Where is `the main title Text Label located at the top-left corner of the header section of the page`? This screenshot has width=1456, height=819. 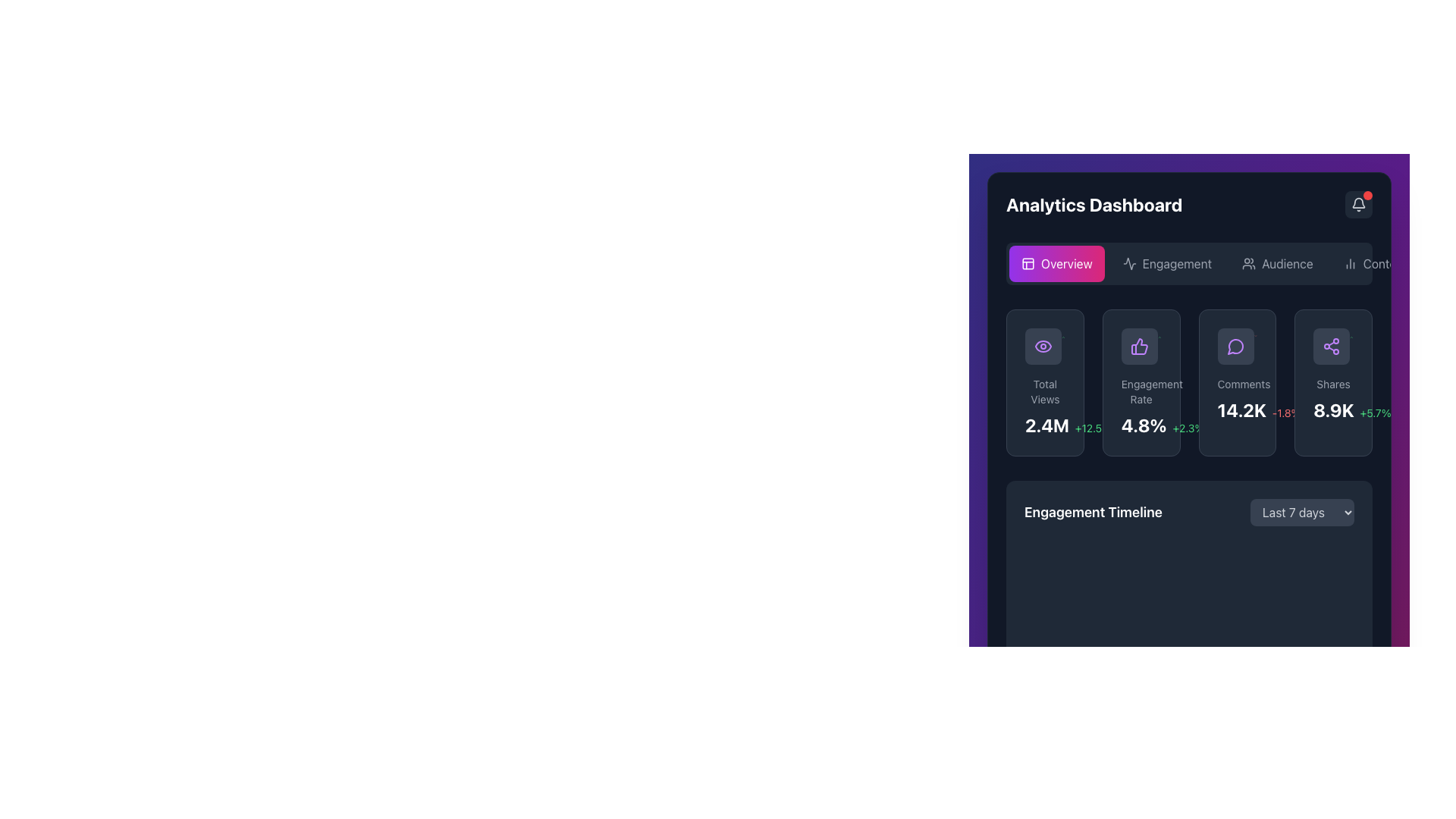
the main title Text Label located at the top-left corner of the header section of the page is located at coordinates (1094, 205).